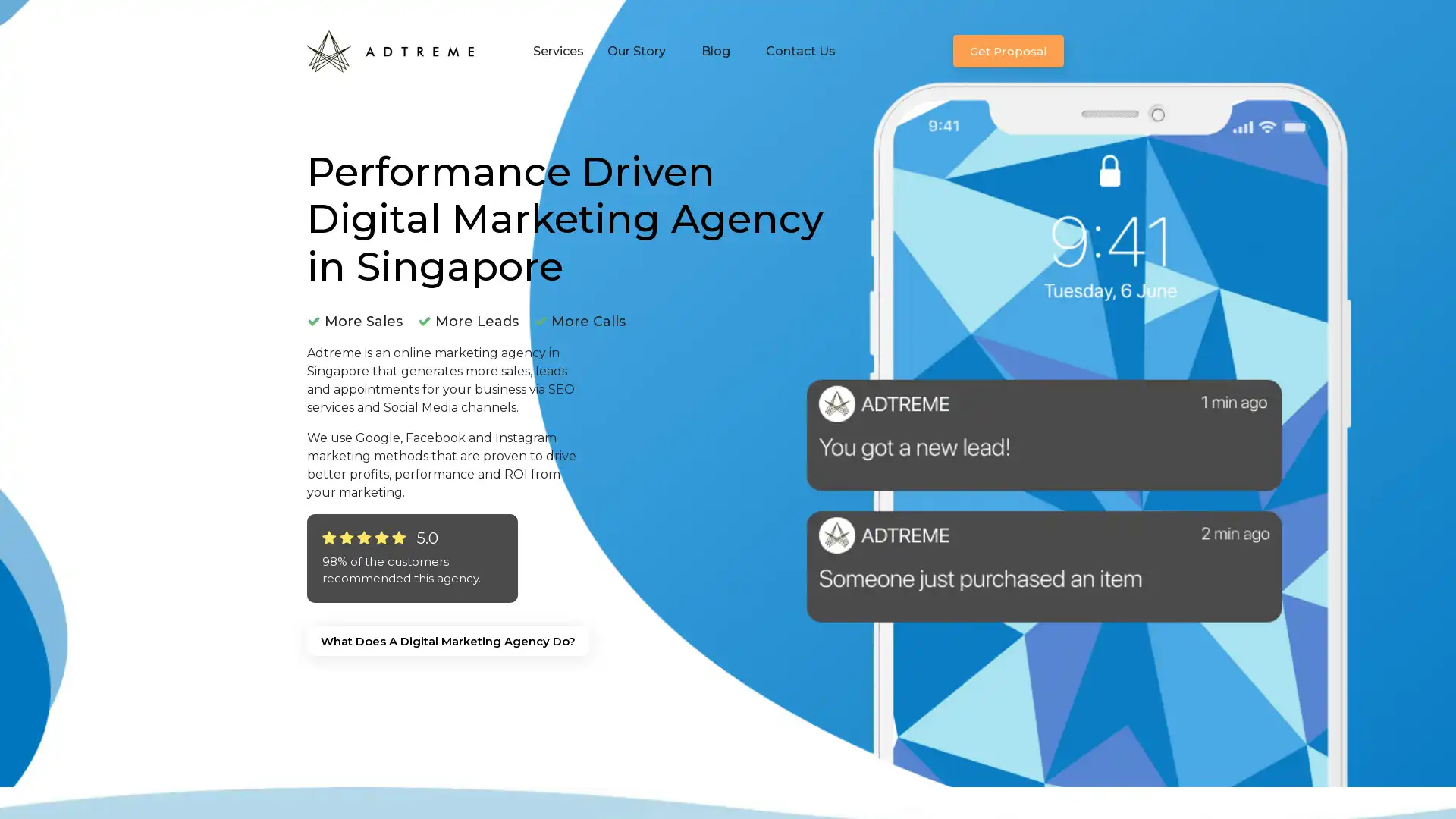 The width and height of the screenshot is (1456, 819). What do you see at coordinates (447, 640) in the screenshot?
I see `What Does A Digital Marketing Agency Do?` at bounding box center [447, 640].